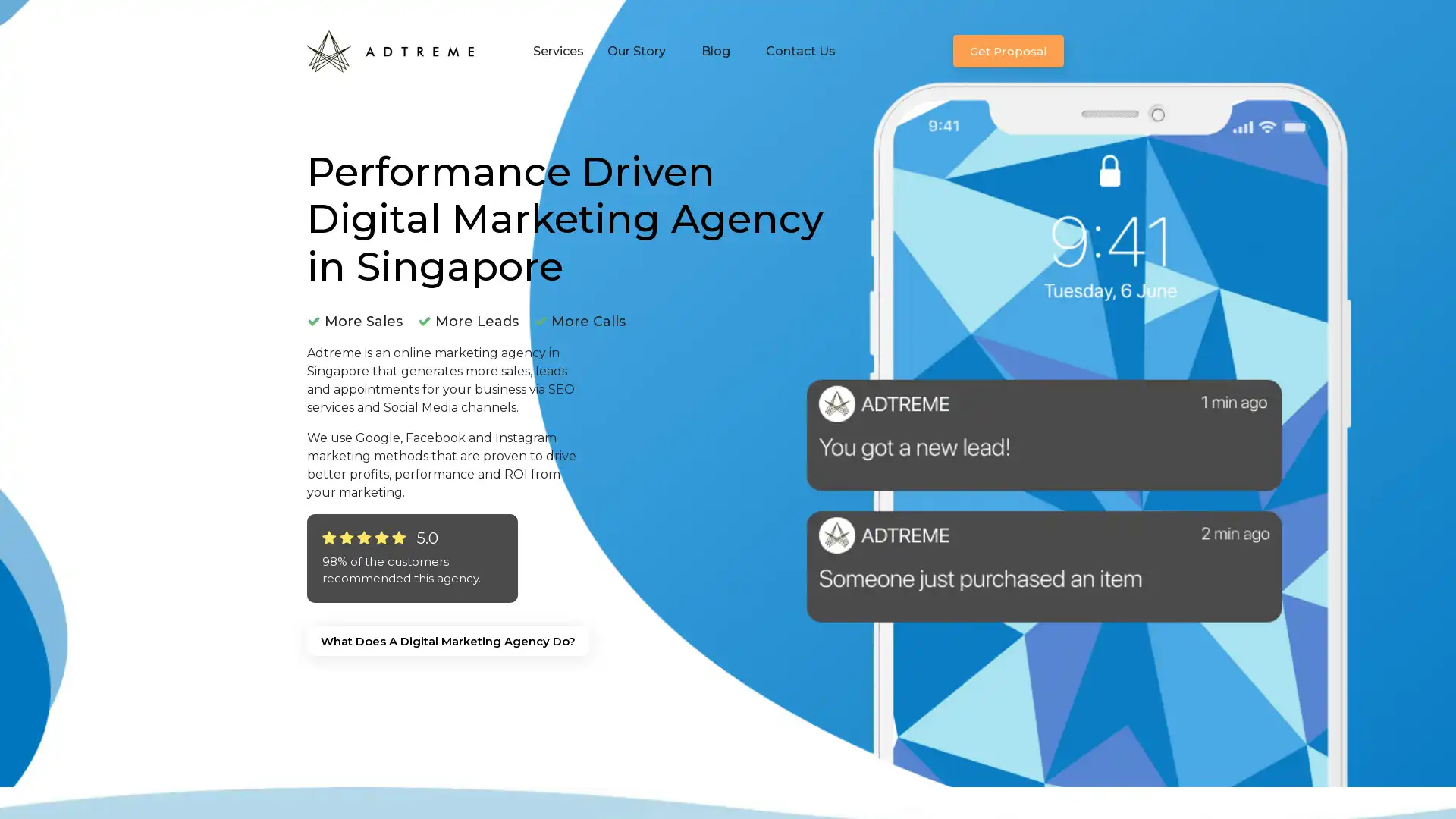 The width and height of the screenshot is (1456, 819). What do you see at coordinates (447, 640) in the screenshot?
I see `What Does A Digital Marketing Agency Do?` at bounding box center [447, 640].